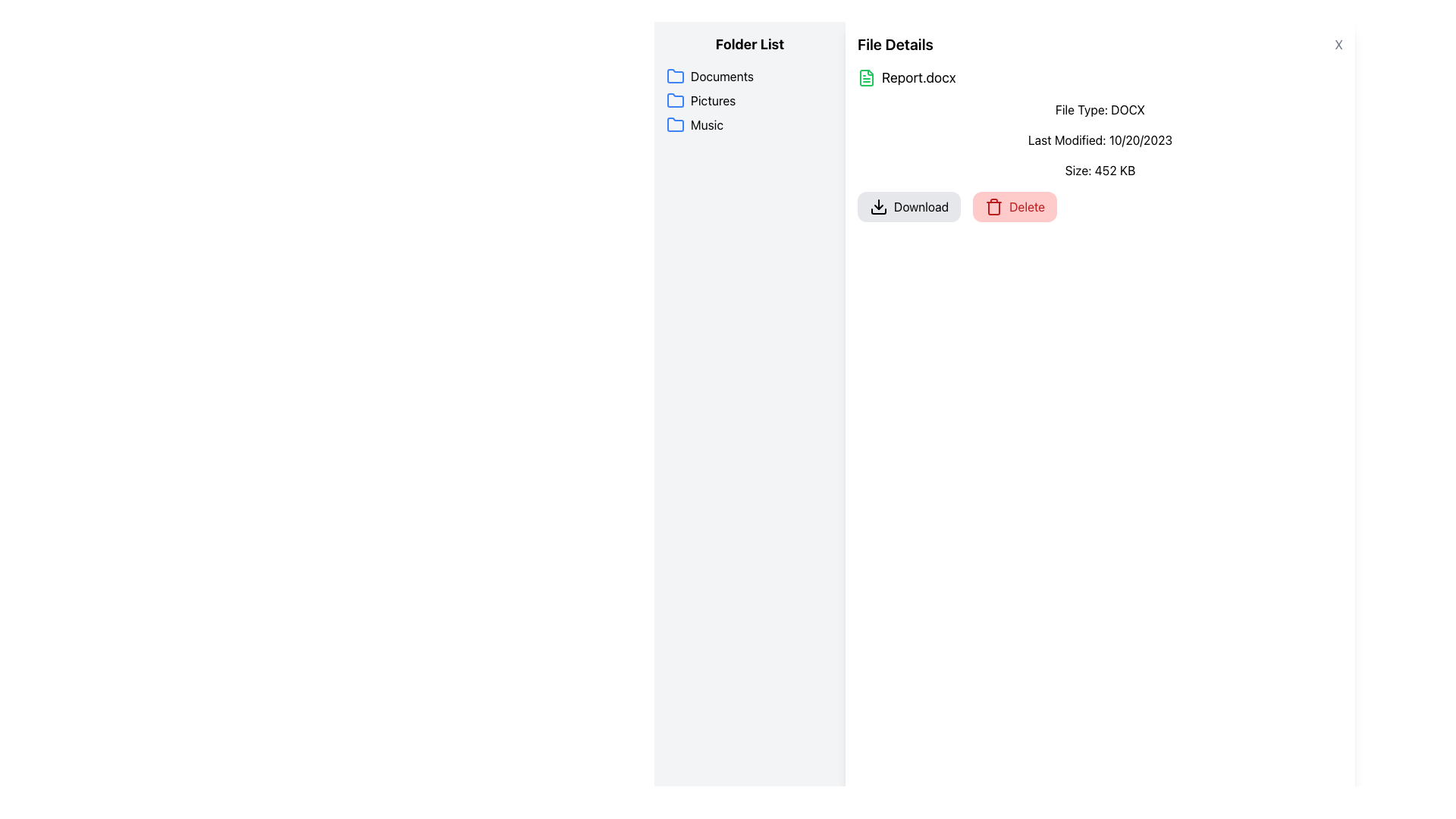 This screenshot has width=1456, height=819. I want to click on the first item in the 'Folder List' section, which represents the 'Documents' folder, so click(749, 76).